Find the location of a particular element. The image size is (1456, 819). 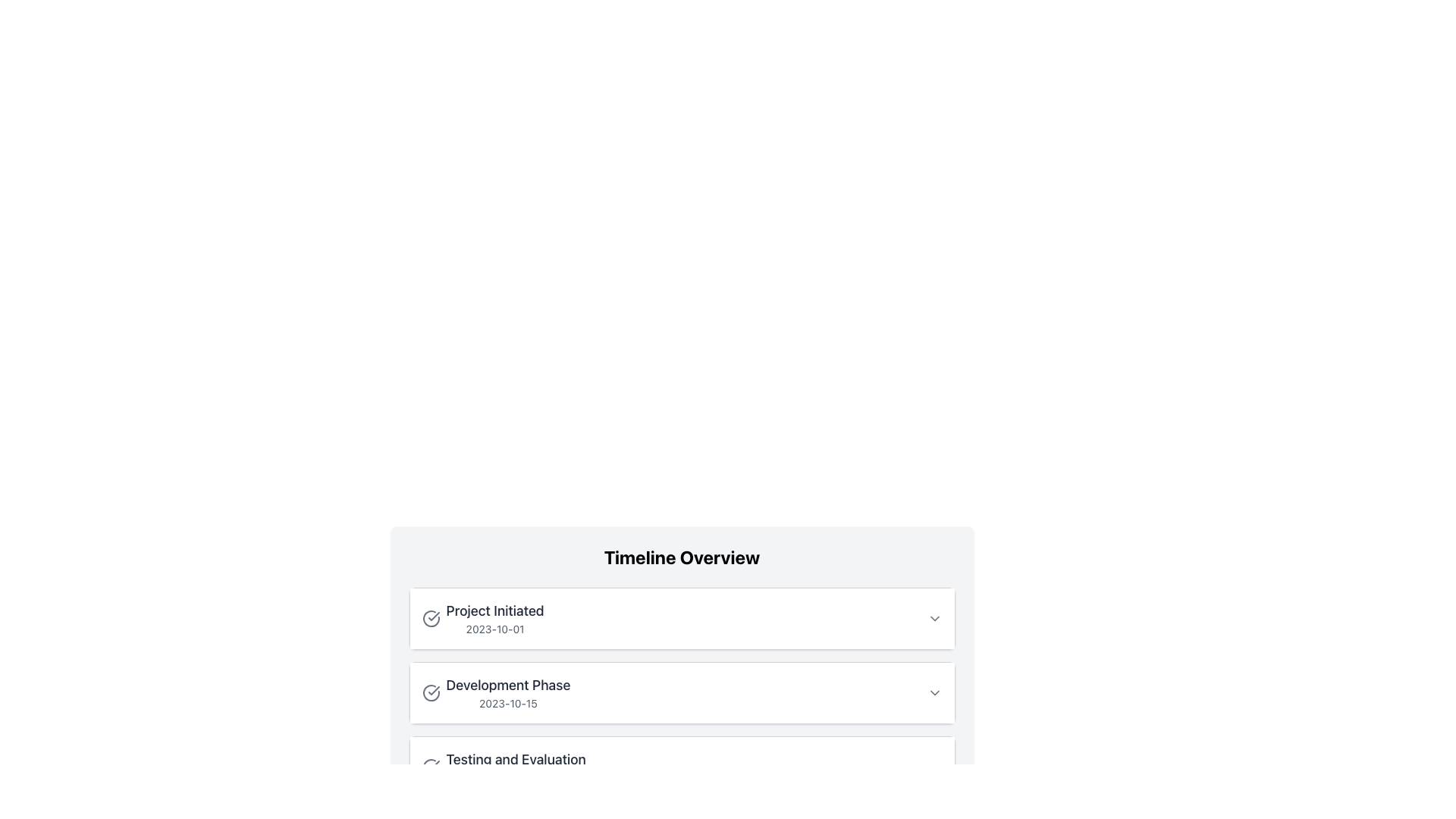

second item in the timeline interface, which represents the milestone titled 'Development Phase' with the date '2023-10-15' is located at coordinates (681, 693).